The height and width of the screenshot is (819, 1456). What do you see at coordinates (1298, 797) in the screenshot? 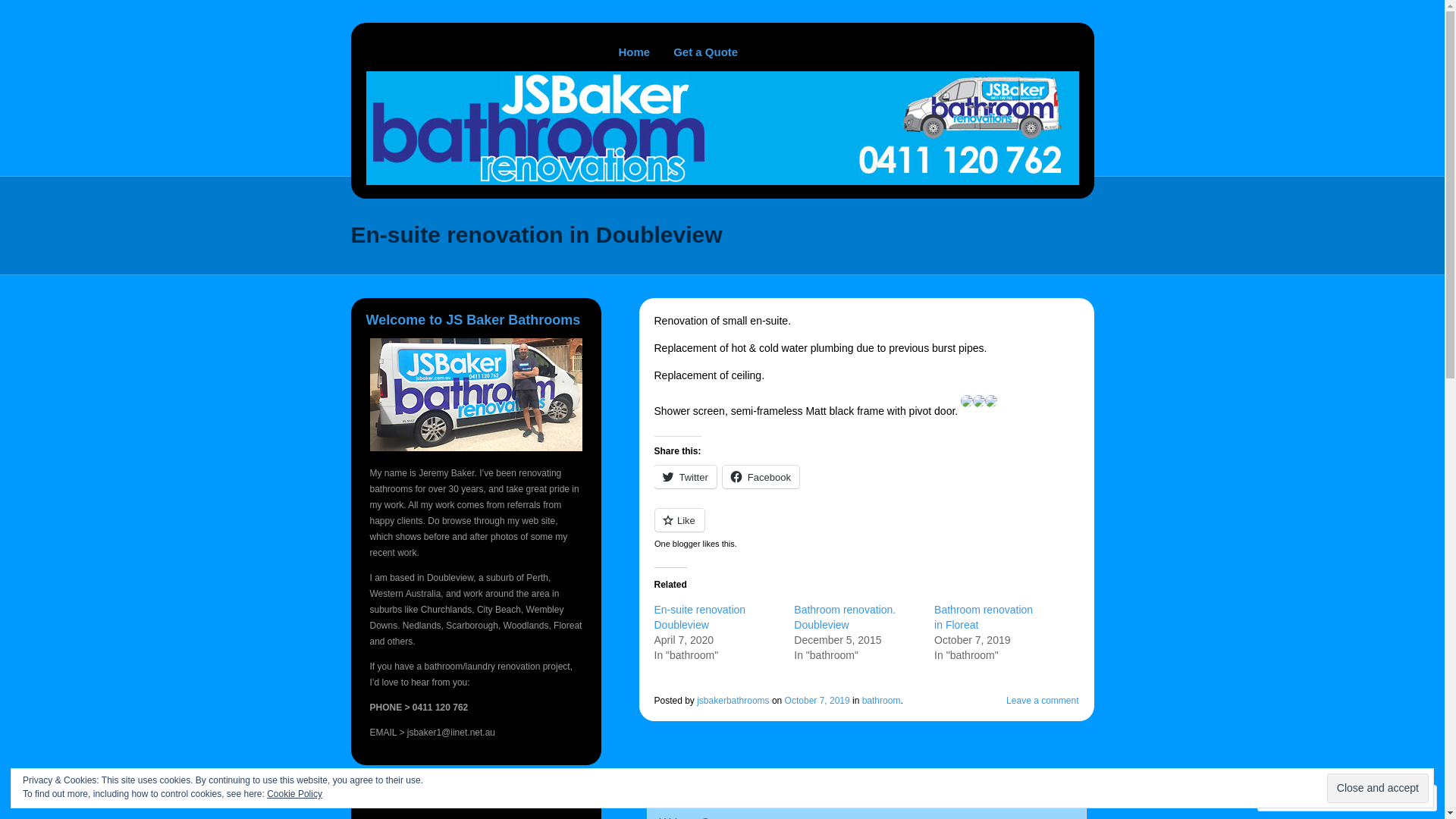
I see `'Comment'` at bounding box center [1298, 797].